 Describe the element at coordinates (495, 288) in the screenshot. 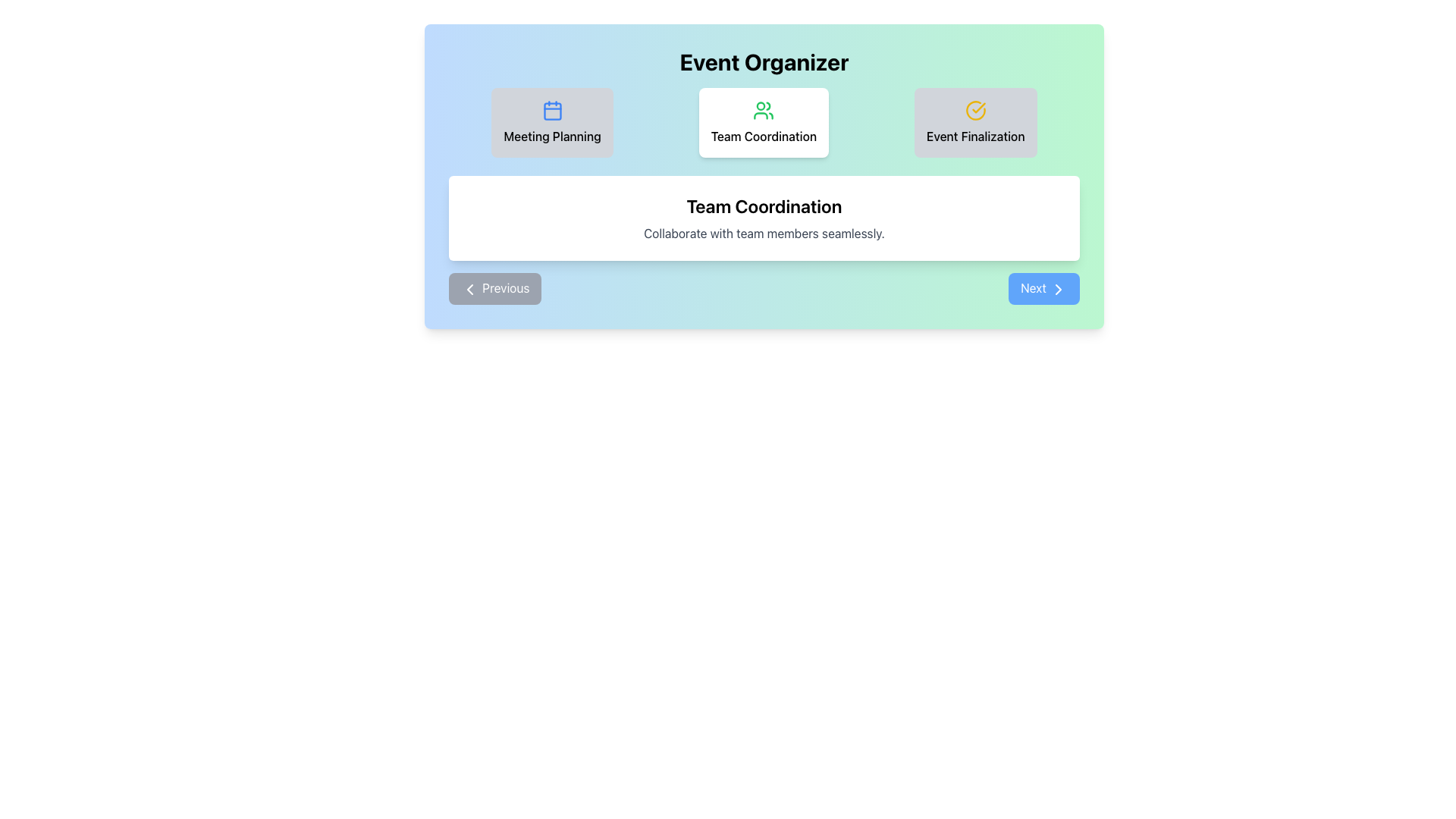

I see `the 'Previous' button located at the bottom-left section of the card layout` at that location.